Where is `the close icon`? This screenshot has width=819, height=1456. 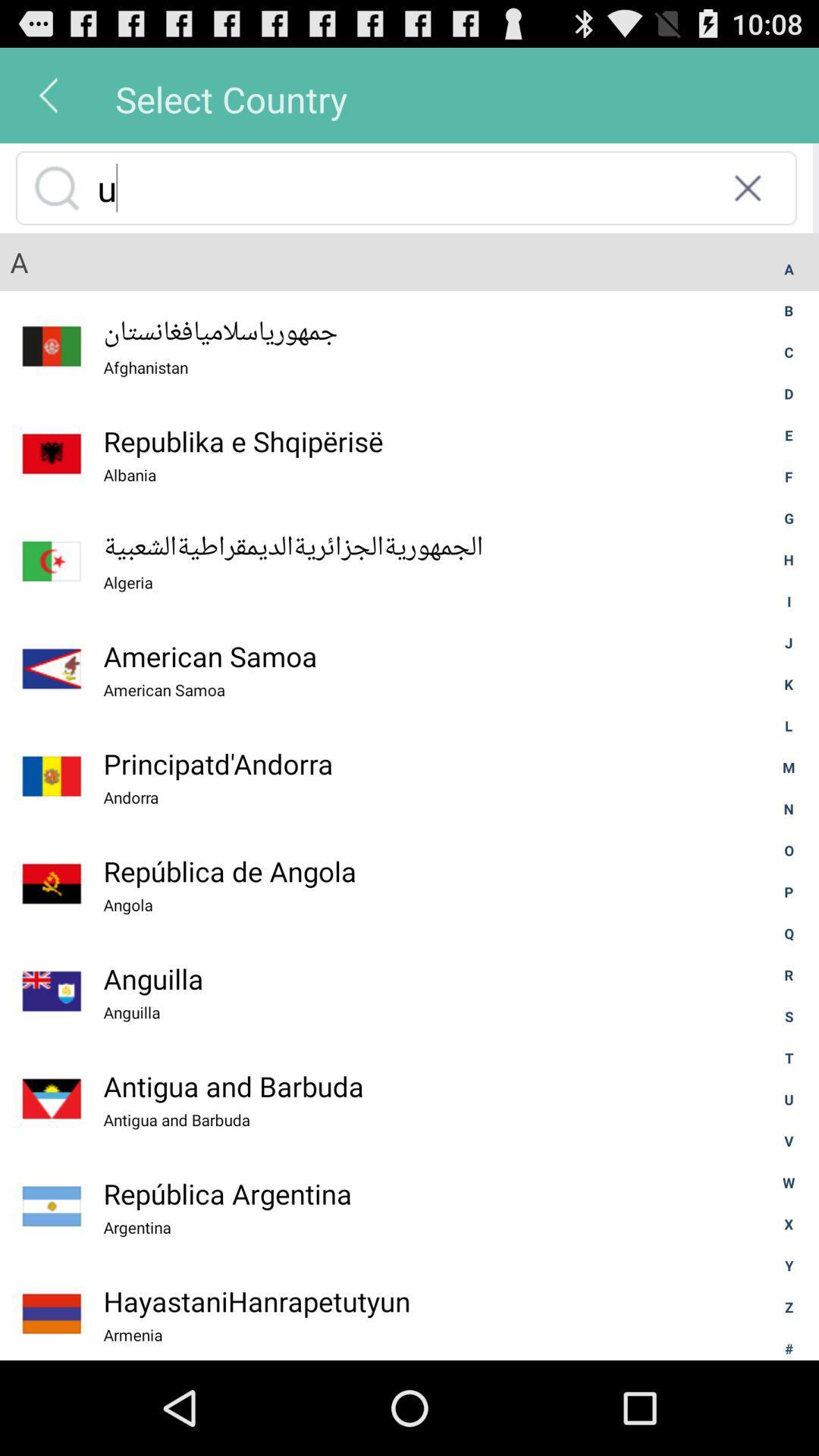 the close icon is located at coordinates (747, 200).